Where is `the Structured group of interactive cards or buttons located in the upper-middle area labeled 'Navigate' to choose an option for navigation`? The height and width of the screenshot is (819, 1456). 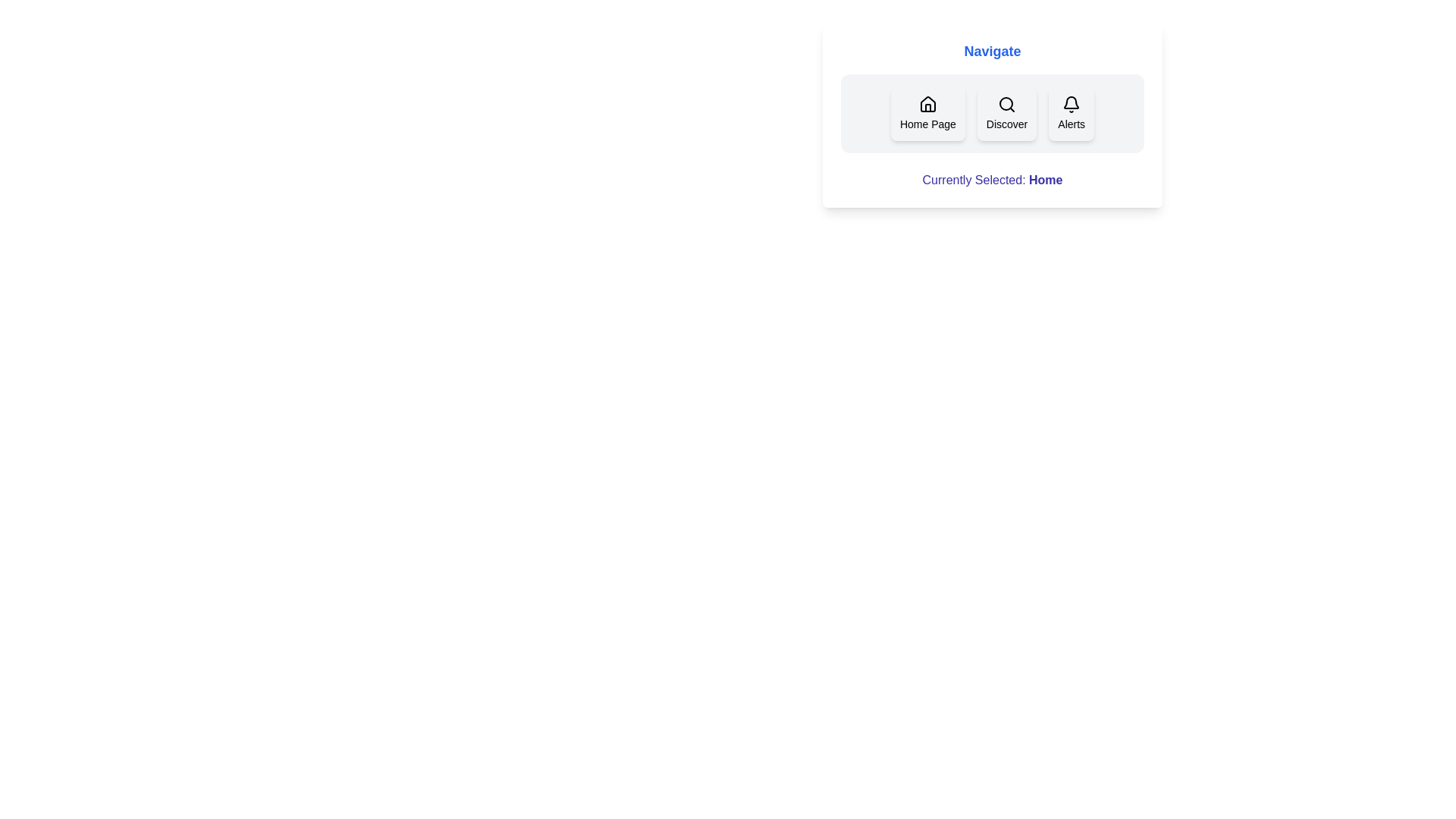 the Structured group of interactive cards or buttons located in the upper-middle area labeled 'Navigate' to choose an option for navigation is located at coordinates (993, 114).